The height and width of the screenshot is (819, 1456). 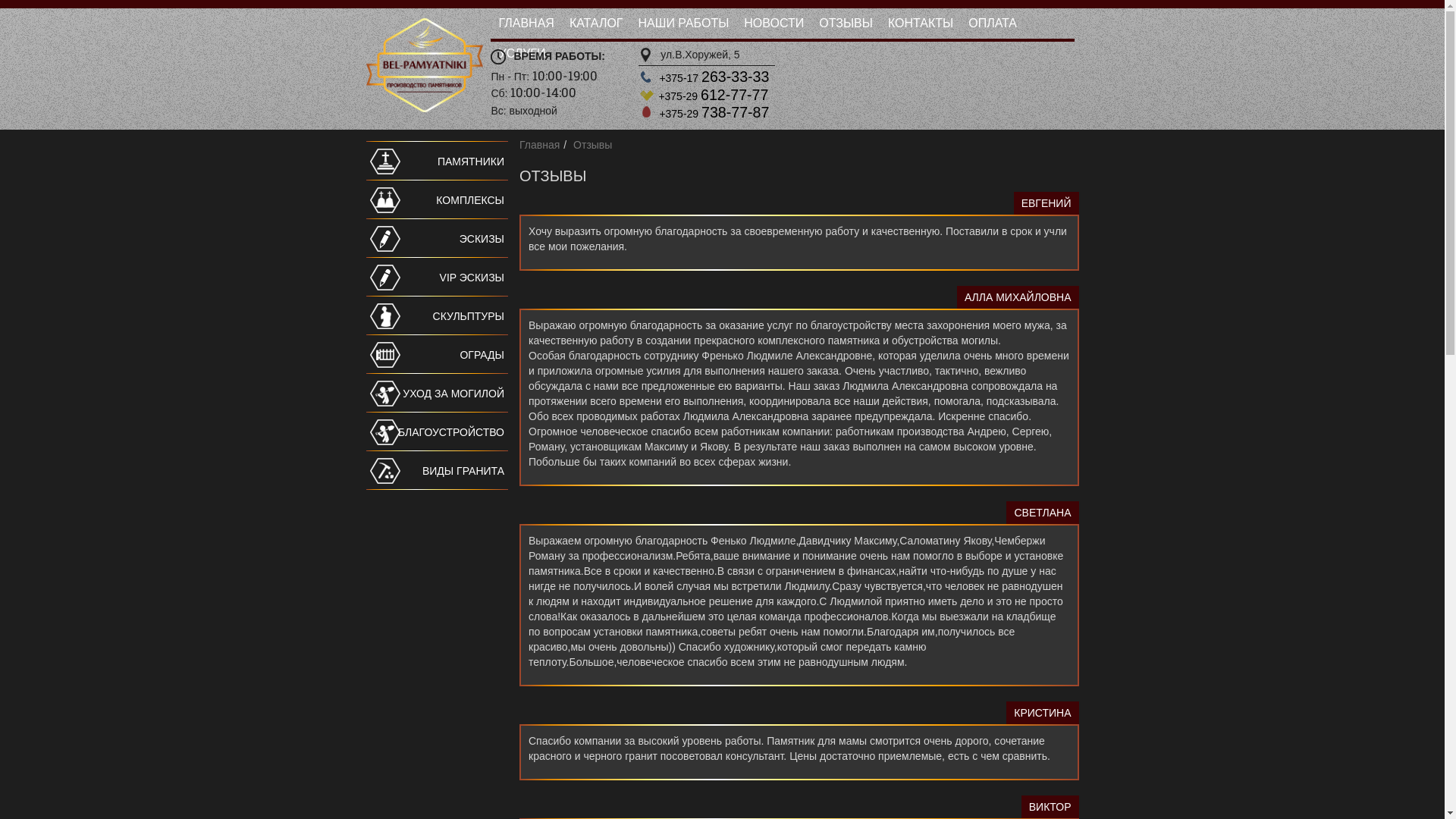 I want to click on '+375-29 738-77-87', so click(x=713, y=113).